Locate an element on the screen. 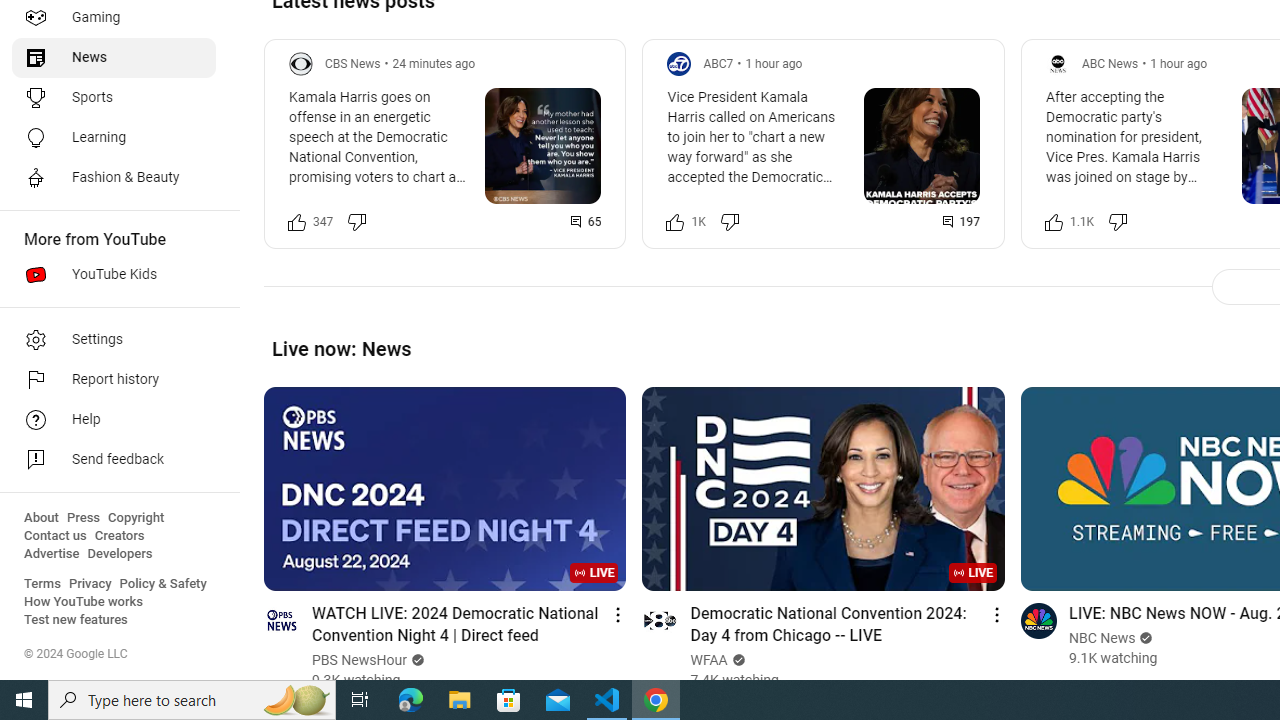 The height and width of the screenshot is (720, 1280). 'WFAA' is located at coordinates (709, 660).